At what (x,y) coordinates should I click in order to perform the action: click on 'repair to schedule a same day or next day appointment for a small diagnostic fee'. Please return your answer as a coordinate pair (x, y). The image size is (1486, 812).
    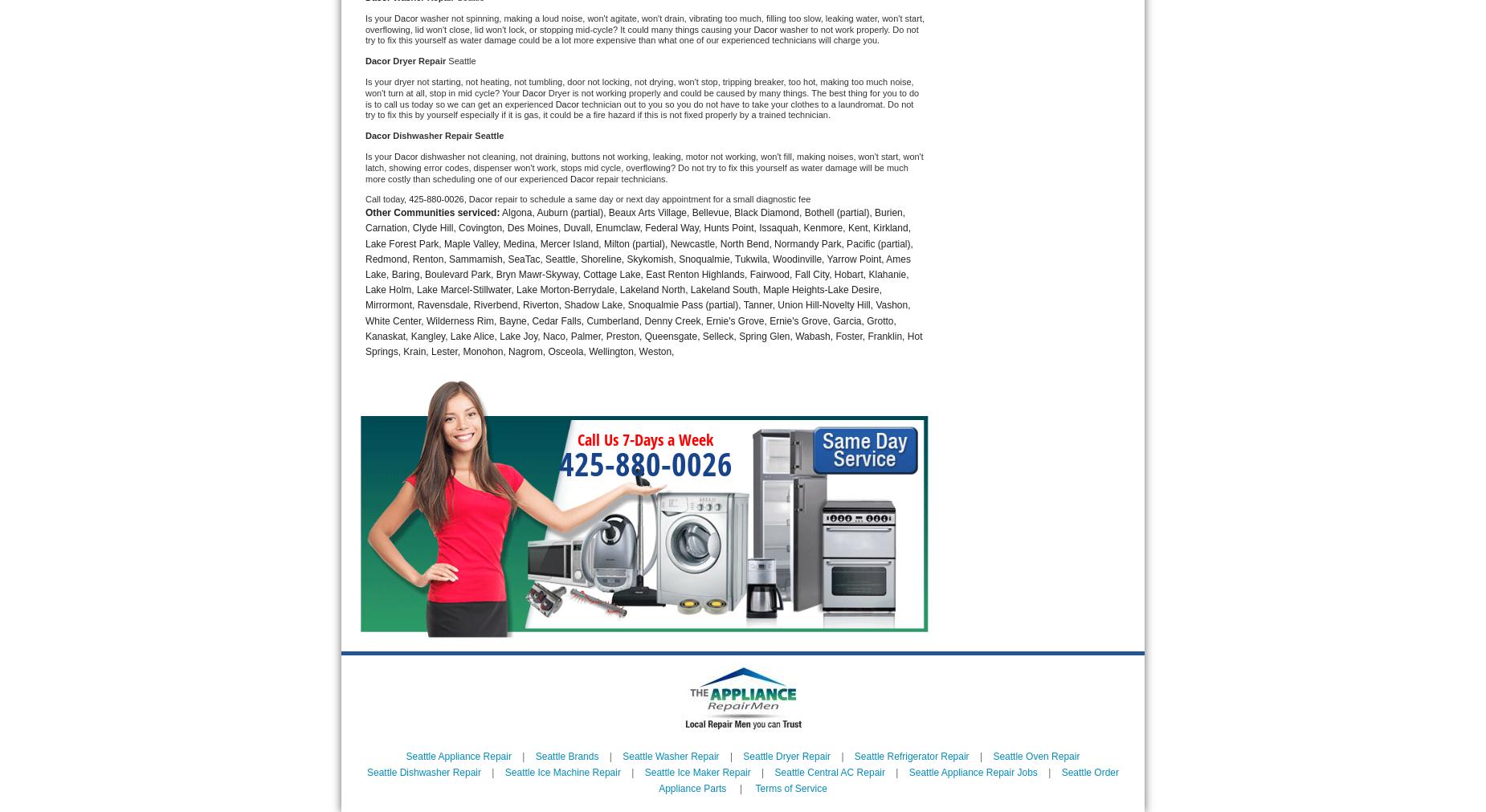
    Looking at the image, I should click on (495, 198).